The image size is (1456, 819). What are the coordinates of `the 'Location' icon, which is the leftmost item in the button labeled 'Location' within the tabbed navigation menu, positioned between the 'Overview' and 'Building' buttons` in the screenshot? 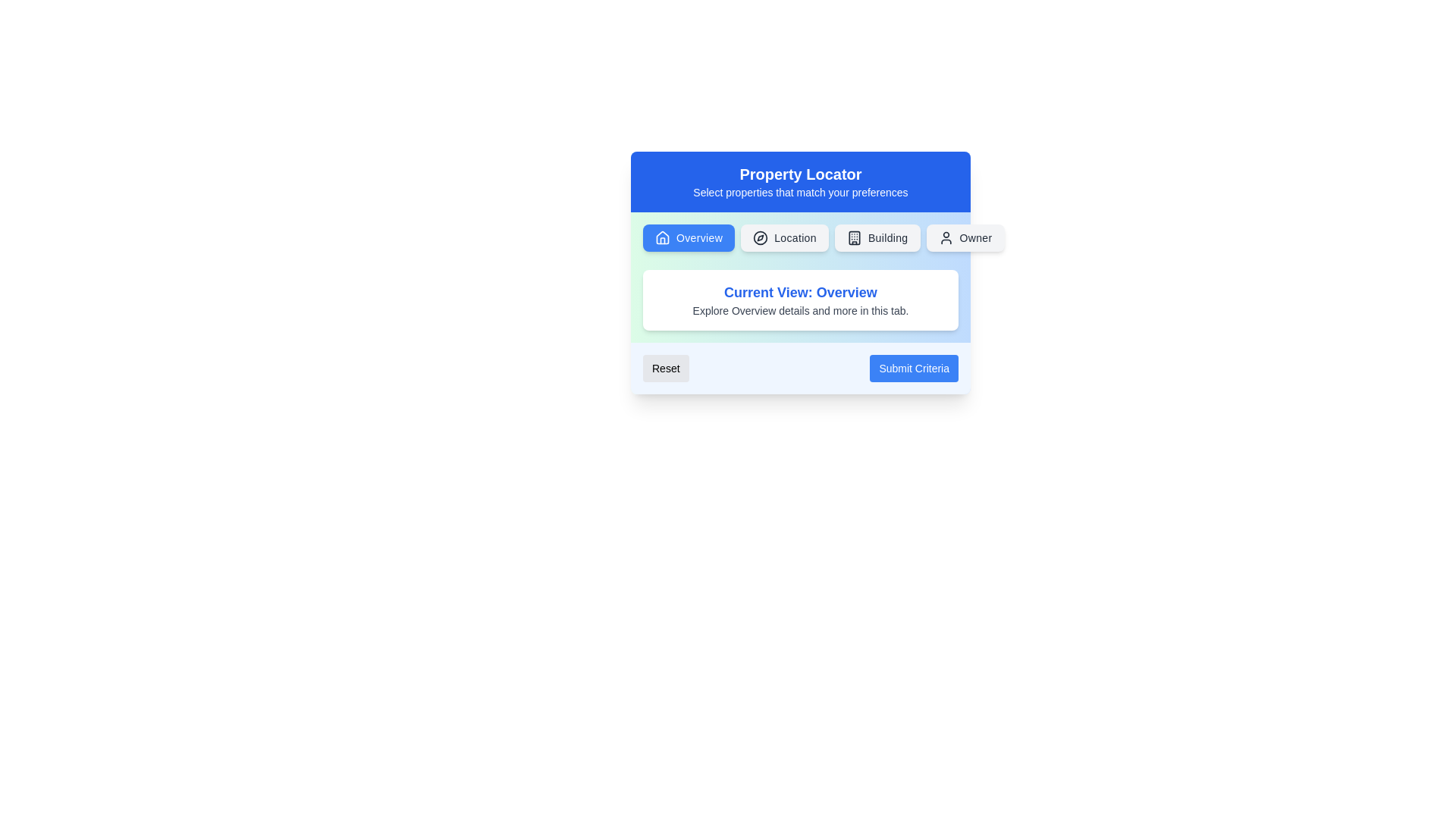 It's located at (761, 237).